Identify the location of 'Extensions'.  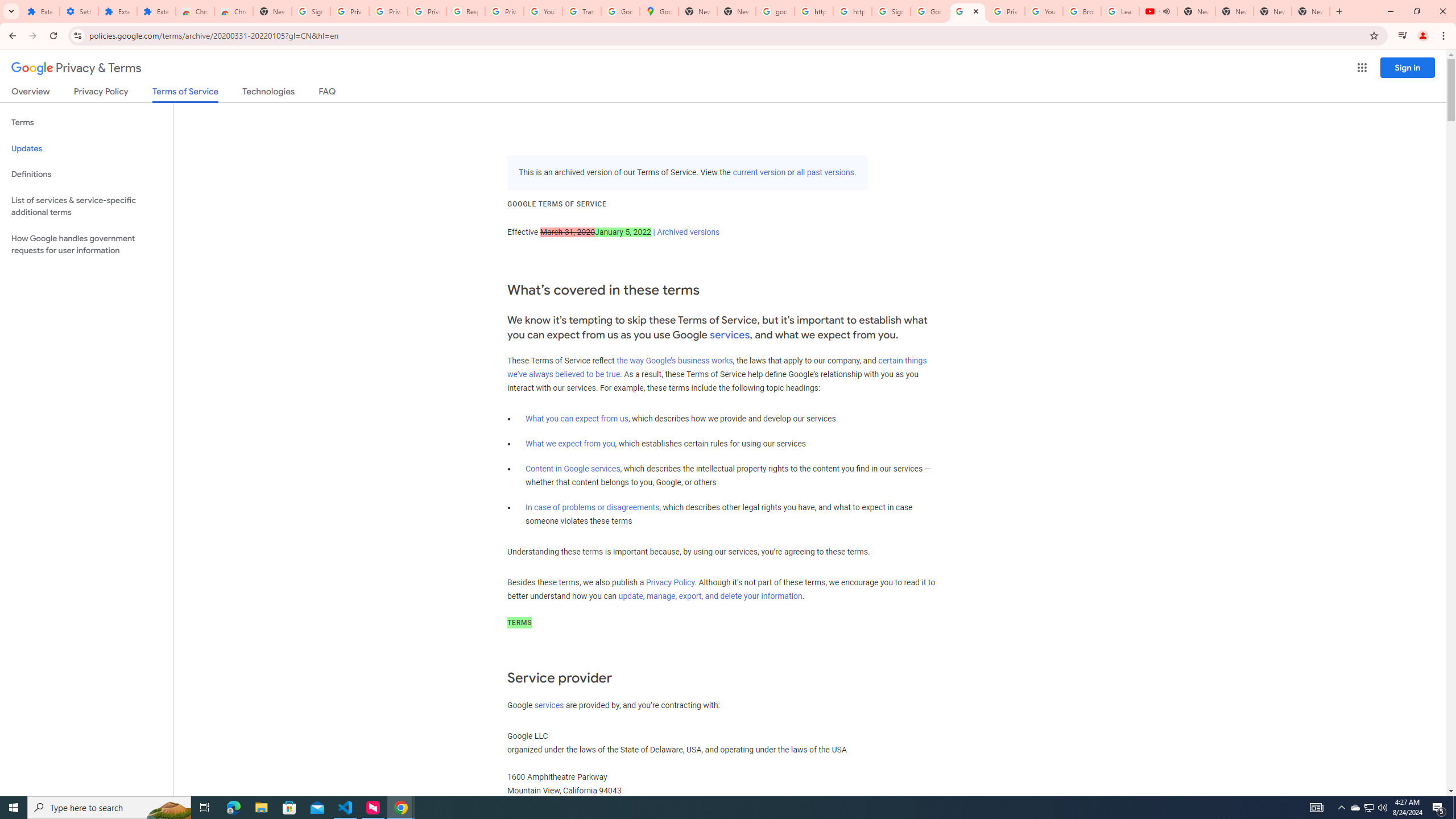
(40, 11).